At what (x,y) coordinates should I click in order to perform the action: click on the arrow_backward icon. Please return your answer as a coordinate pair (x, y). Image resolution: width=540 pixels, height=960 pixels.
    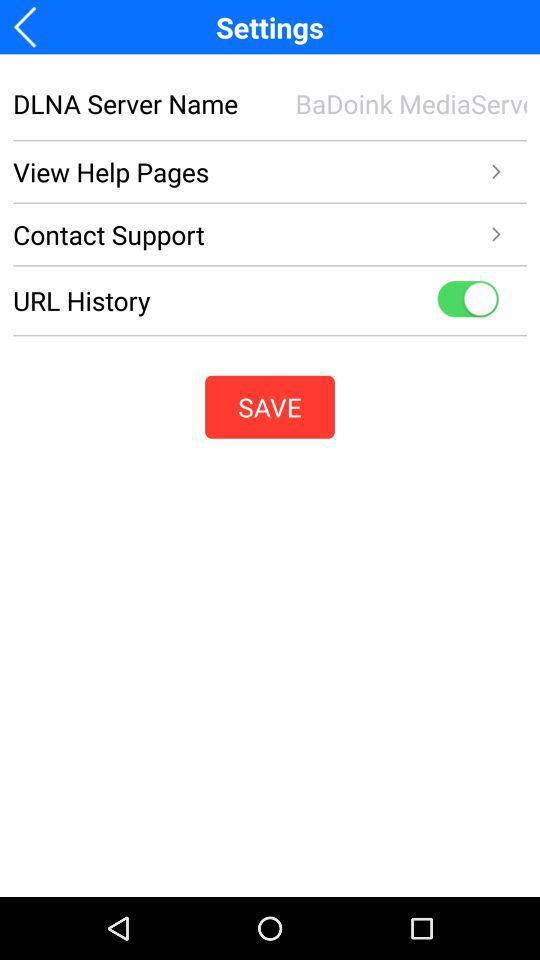
    Looking at the image, I should click on (30, 28).